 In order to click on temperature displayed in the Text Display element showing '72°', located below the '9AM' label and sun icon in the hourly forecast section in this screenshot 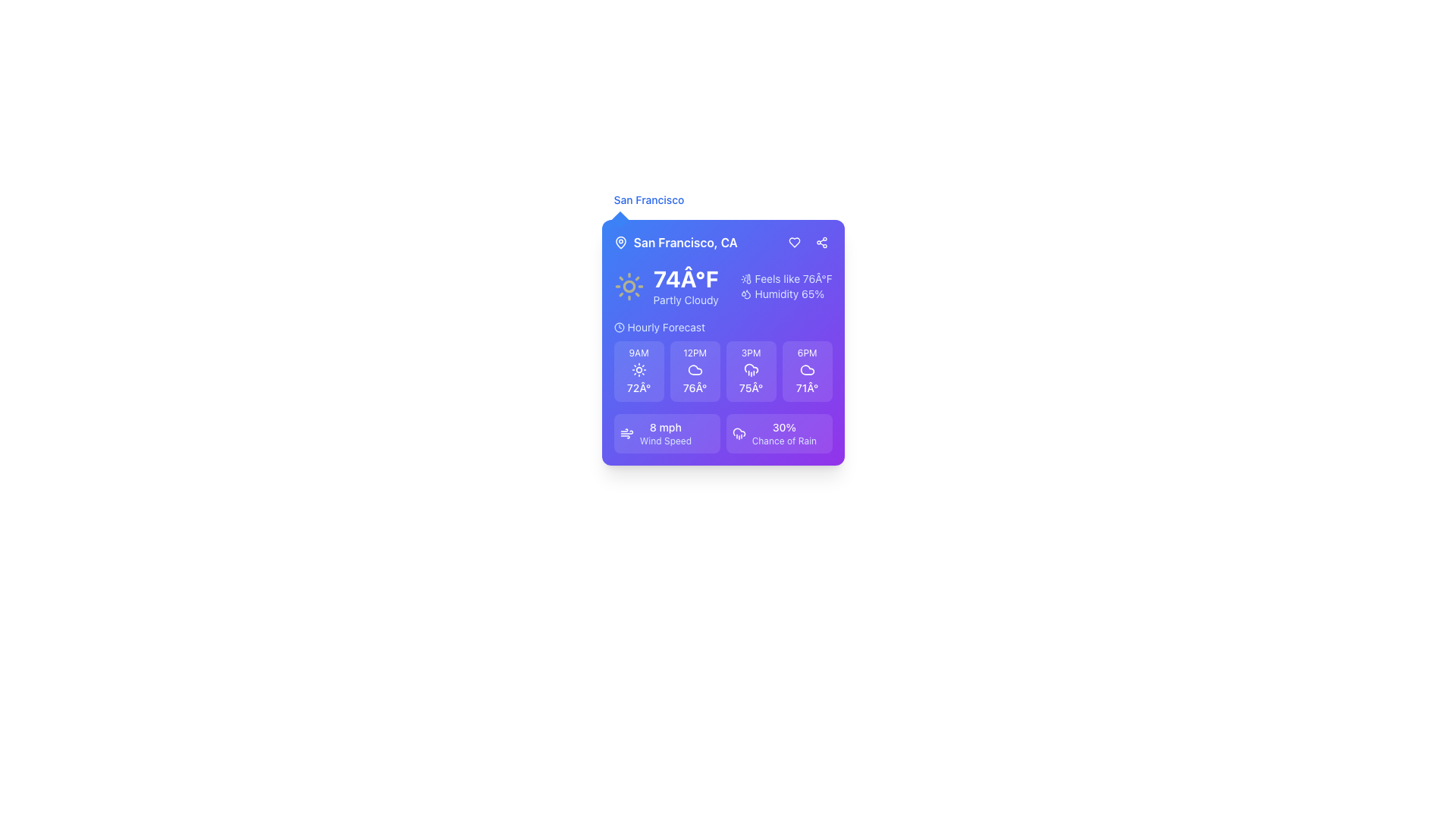, I will do `click(639, 388)`.